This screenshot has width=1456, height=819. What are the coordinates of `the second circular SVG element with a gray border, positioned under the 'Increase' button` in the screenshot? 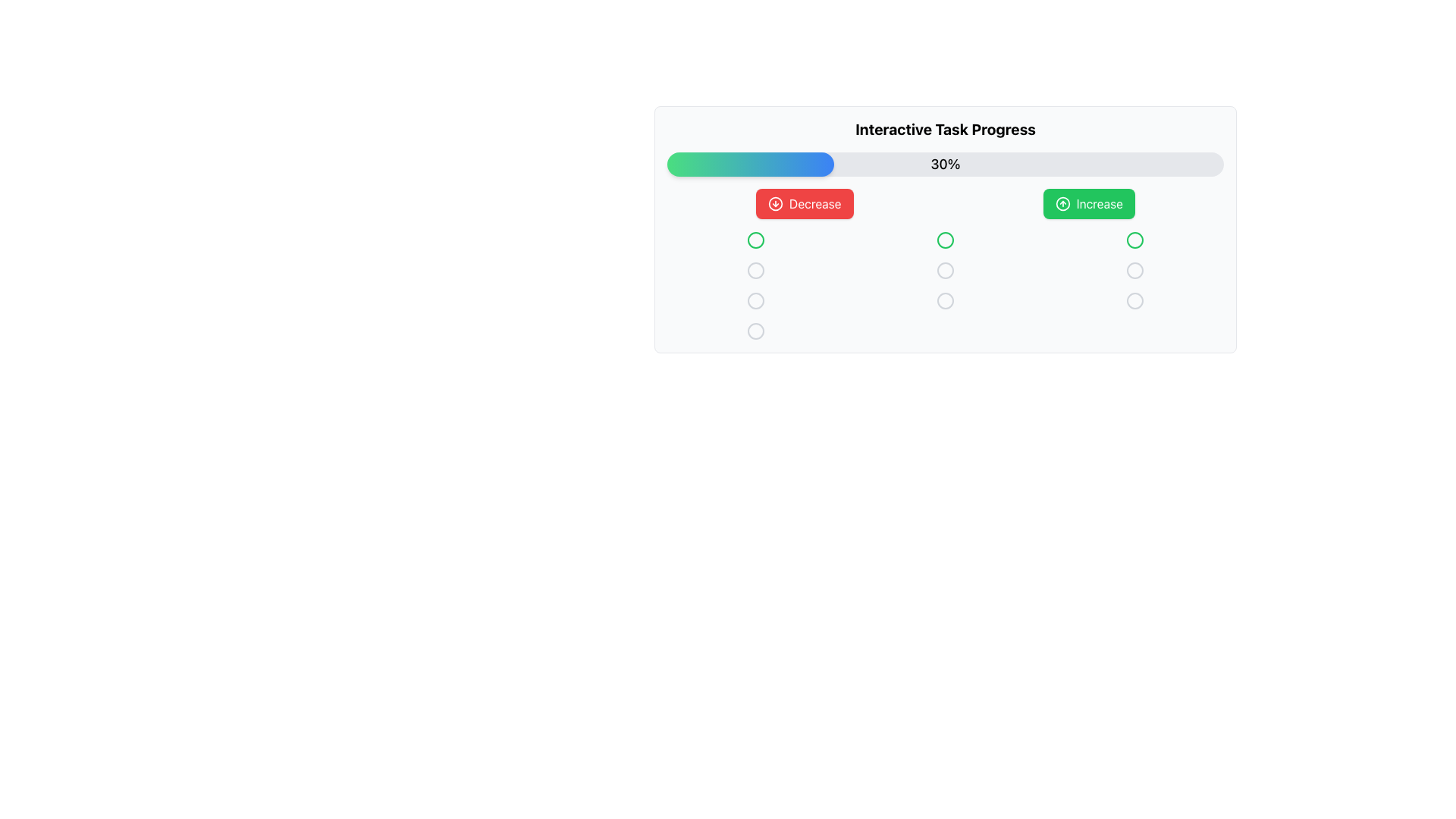 It's located at (1135, 270).